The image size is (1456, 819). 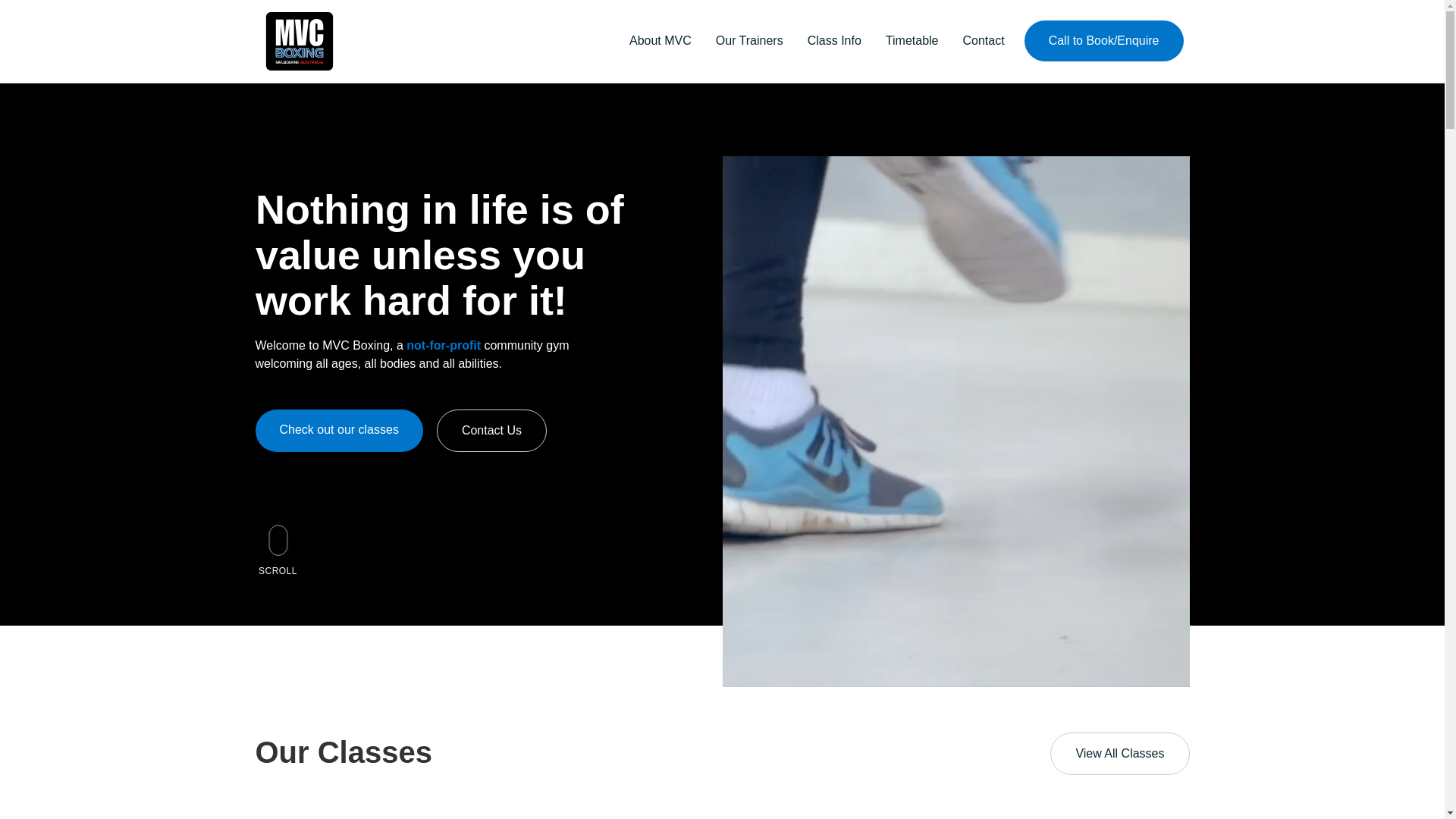 What do you see at coordinates (984, 40) in the screenshot?
I see `'Contact'` at bounding box center [984, 40].